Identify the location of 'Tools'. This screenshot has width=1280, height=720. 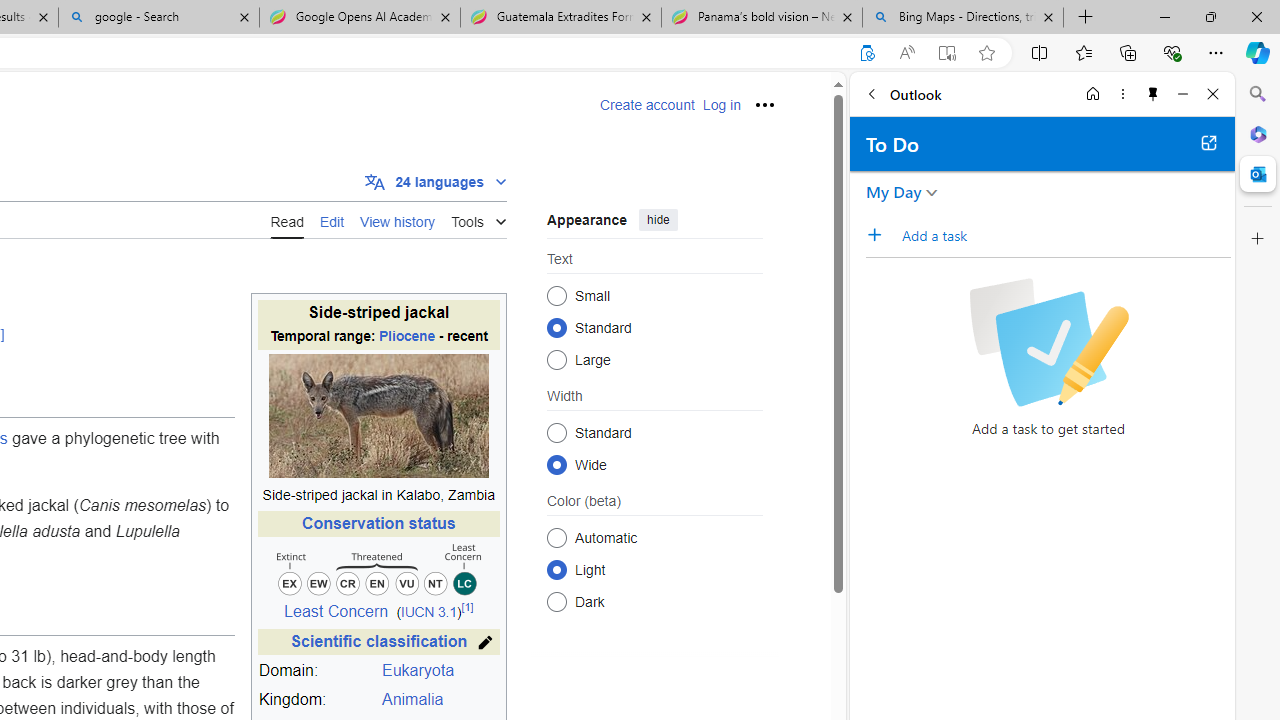
(477, 218).